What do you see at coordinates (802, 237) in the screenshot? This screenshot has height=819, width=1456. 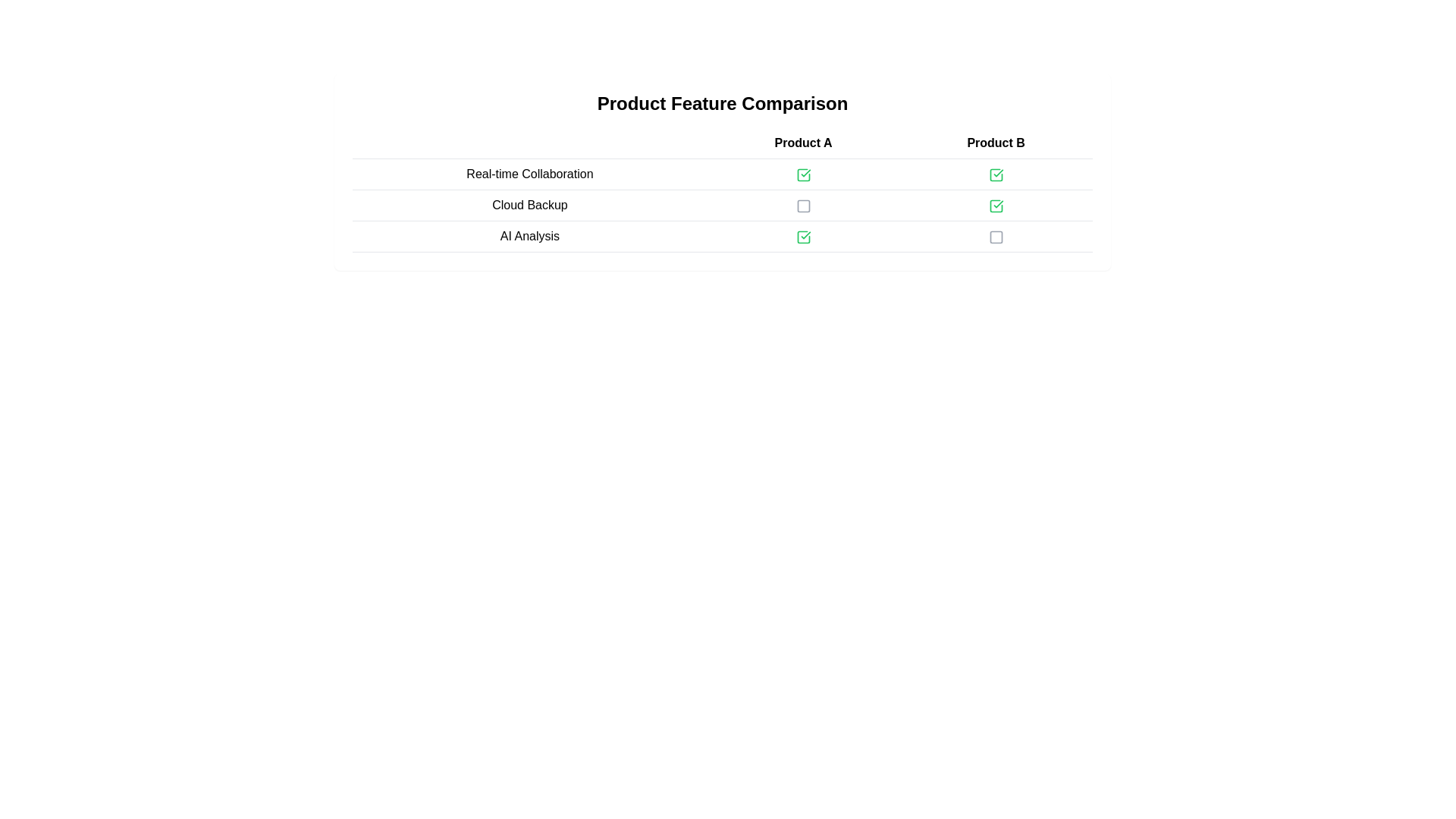 I see `the decorative status icon located in the 'Product A' column of the 'Real-time Collaboration' row in the feature comparison table, which indicates the feature is included` at bounding box center [802, 237].